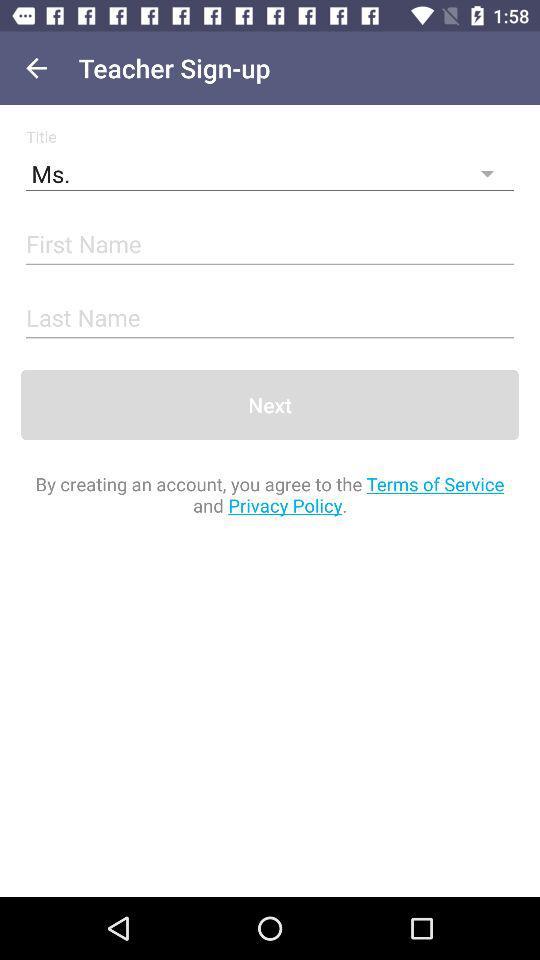 This screenshot has width=540, height=960. What do you see at coordinates (270, 319) in the screenshot?
I see `name column` at bounding box center [270, 319].